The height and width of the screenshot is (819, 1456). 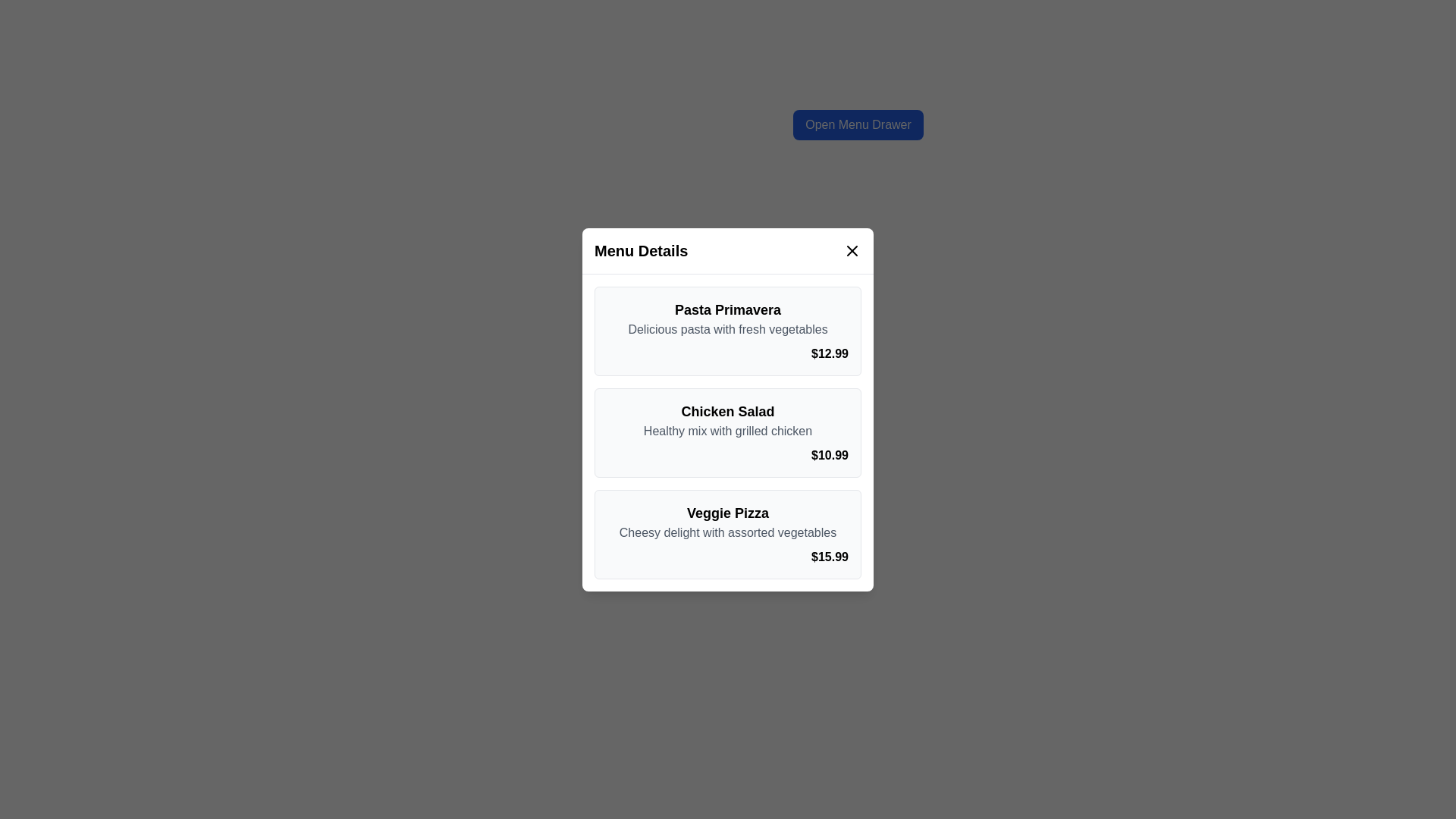 I want to click on the 'Veggie Pizza' information card, so click(x=728, y=533).